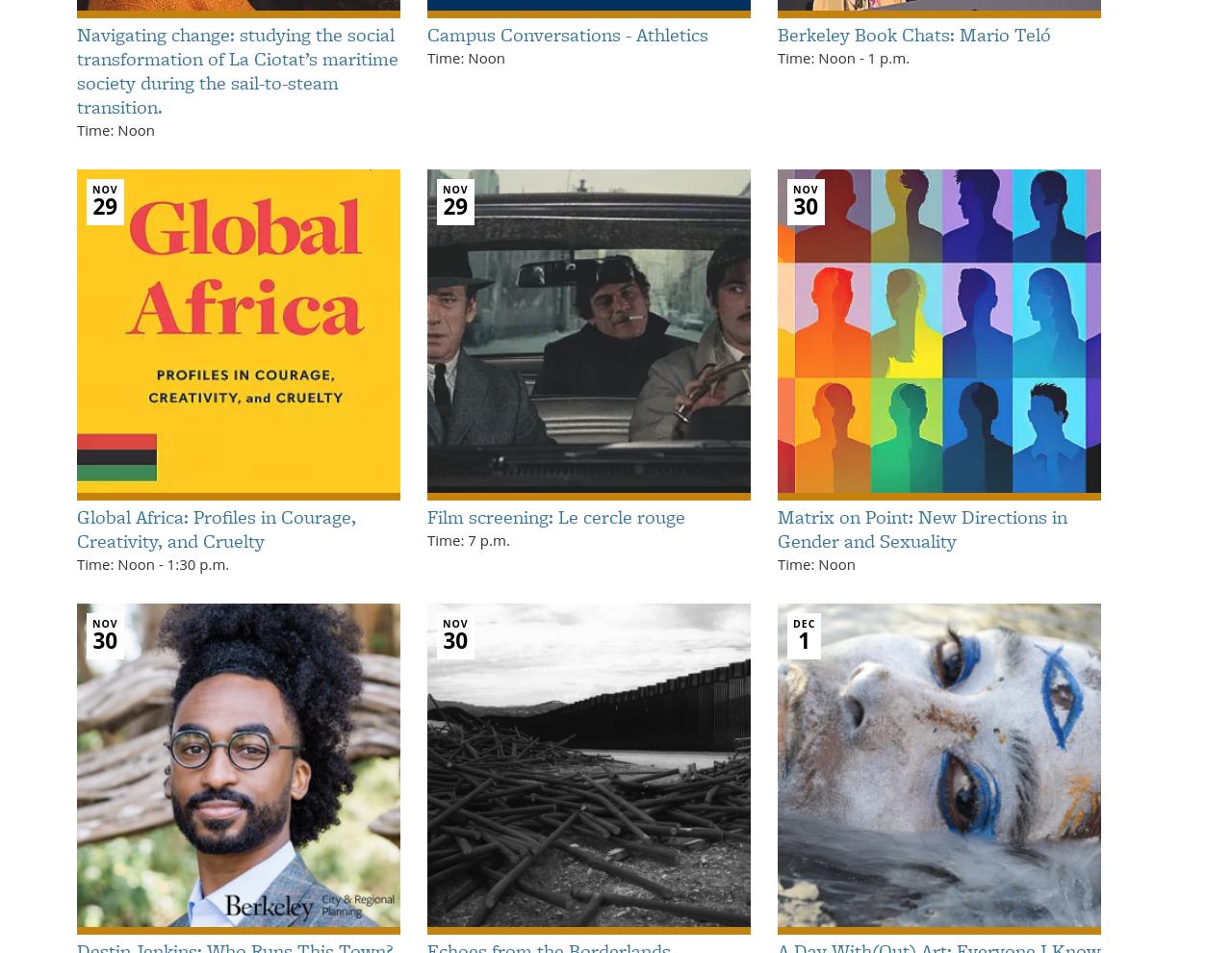 This screenshot has width=1232, height=953. I want to click on '1', so click(804, 640).